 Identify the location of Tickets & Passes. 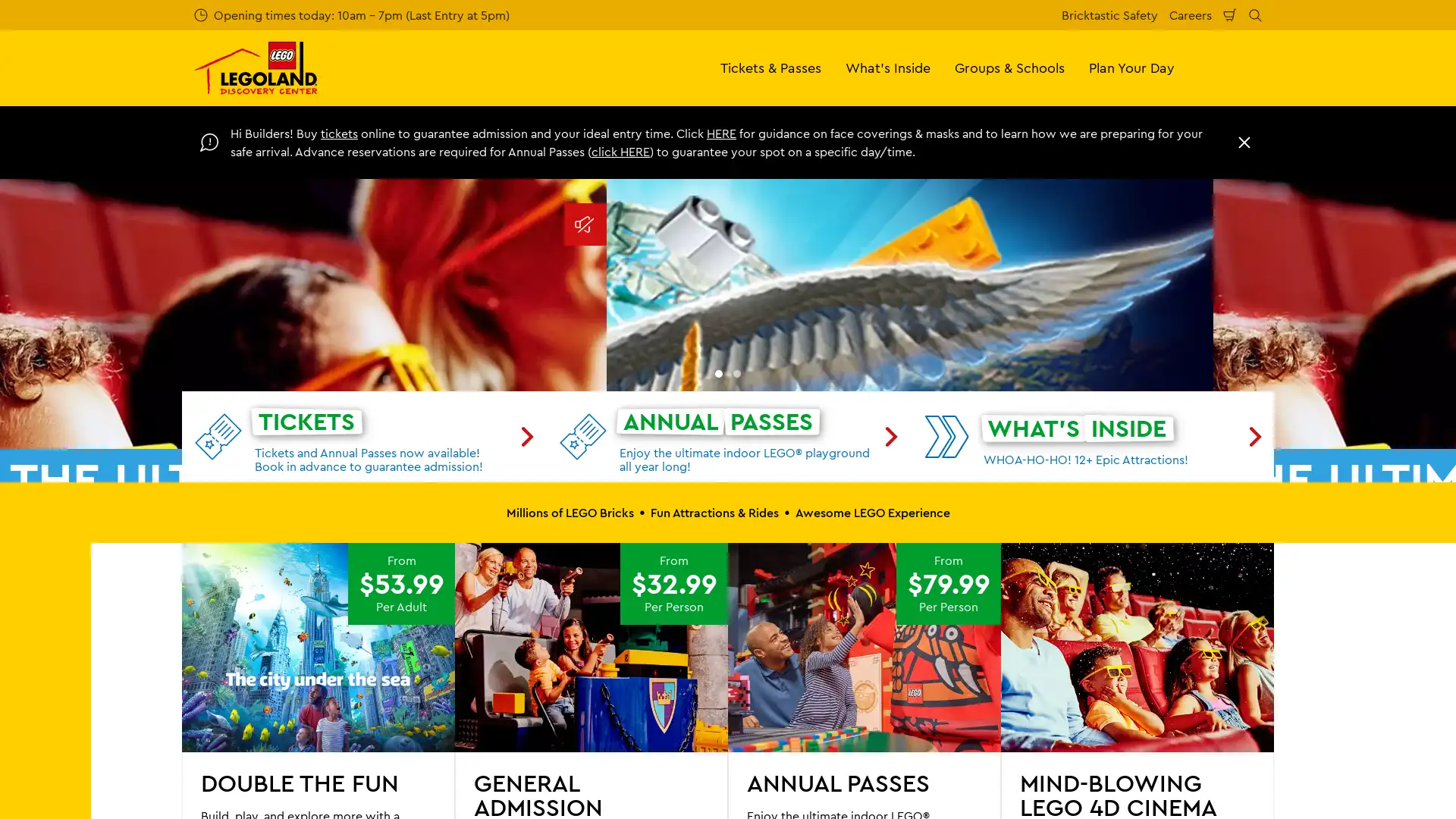
(770, 67).